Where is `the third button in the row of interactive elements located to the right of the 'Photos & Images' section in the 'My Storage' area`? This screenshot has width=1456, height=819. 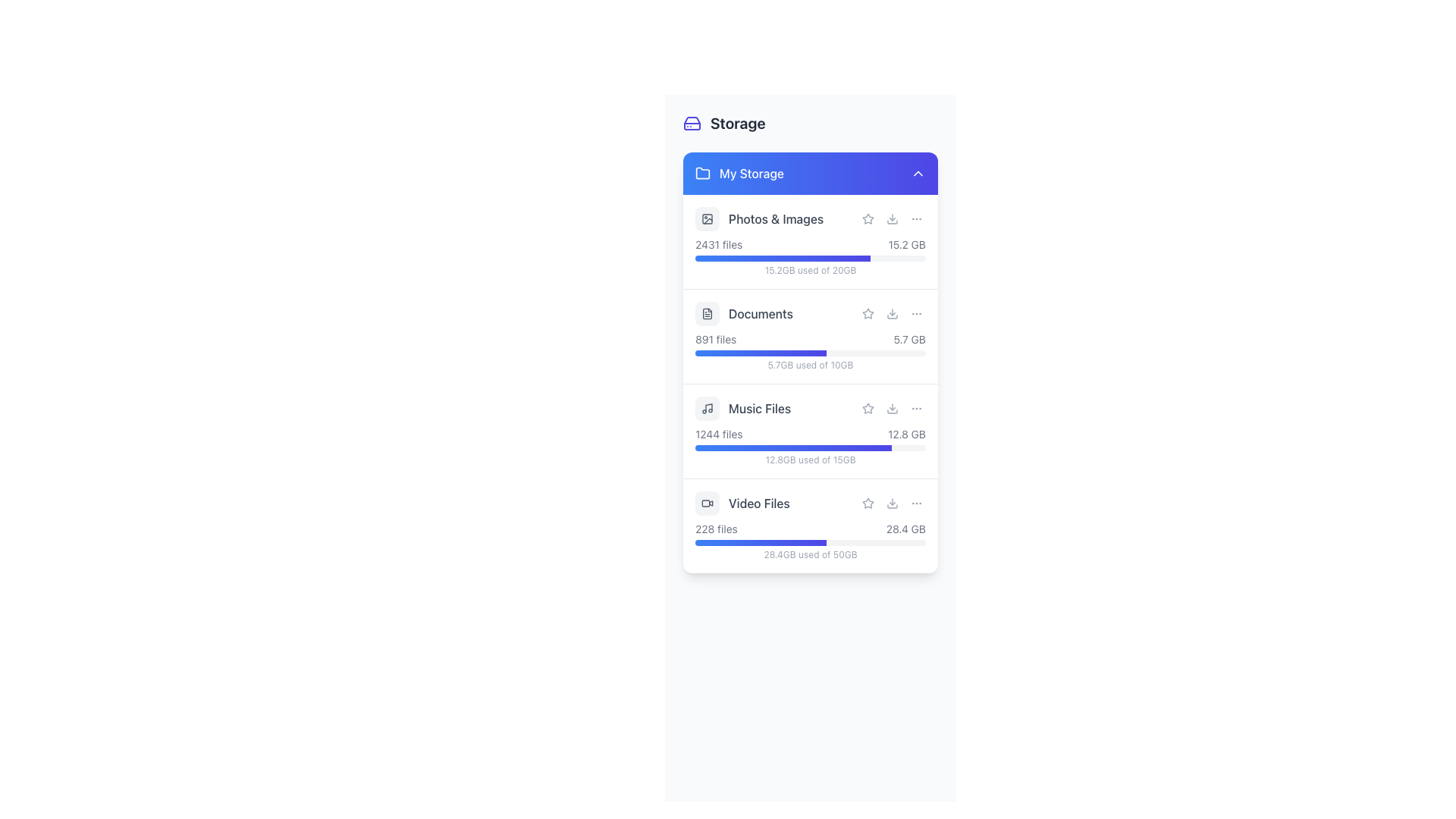 the third button in the row of interactive elements located to the right of the 'Photos & Images' section in the 'My Storage' area is located at coordinates (916, 219).